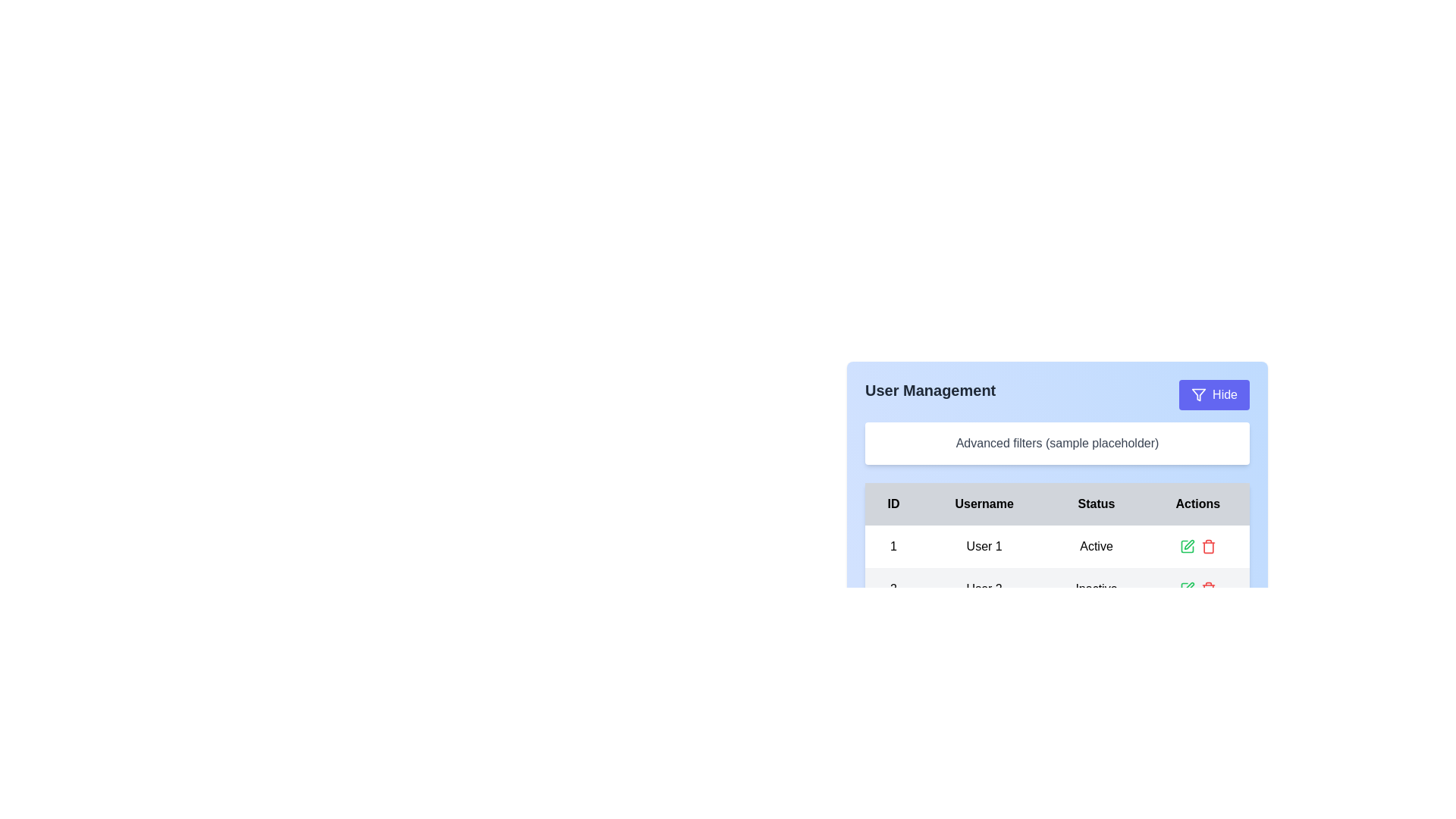 The width and height of the screenshot is (1456, 819). Describe the element at coordinates (1207, 547) in the screenshot. I see `the trash can icon styled with a red color scheme, which is the third interactive element` at that location.